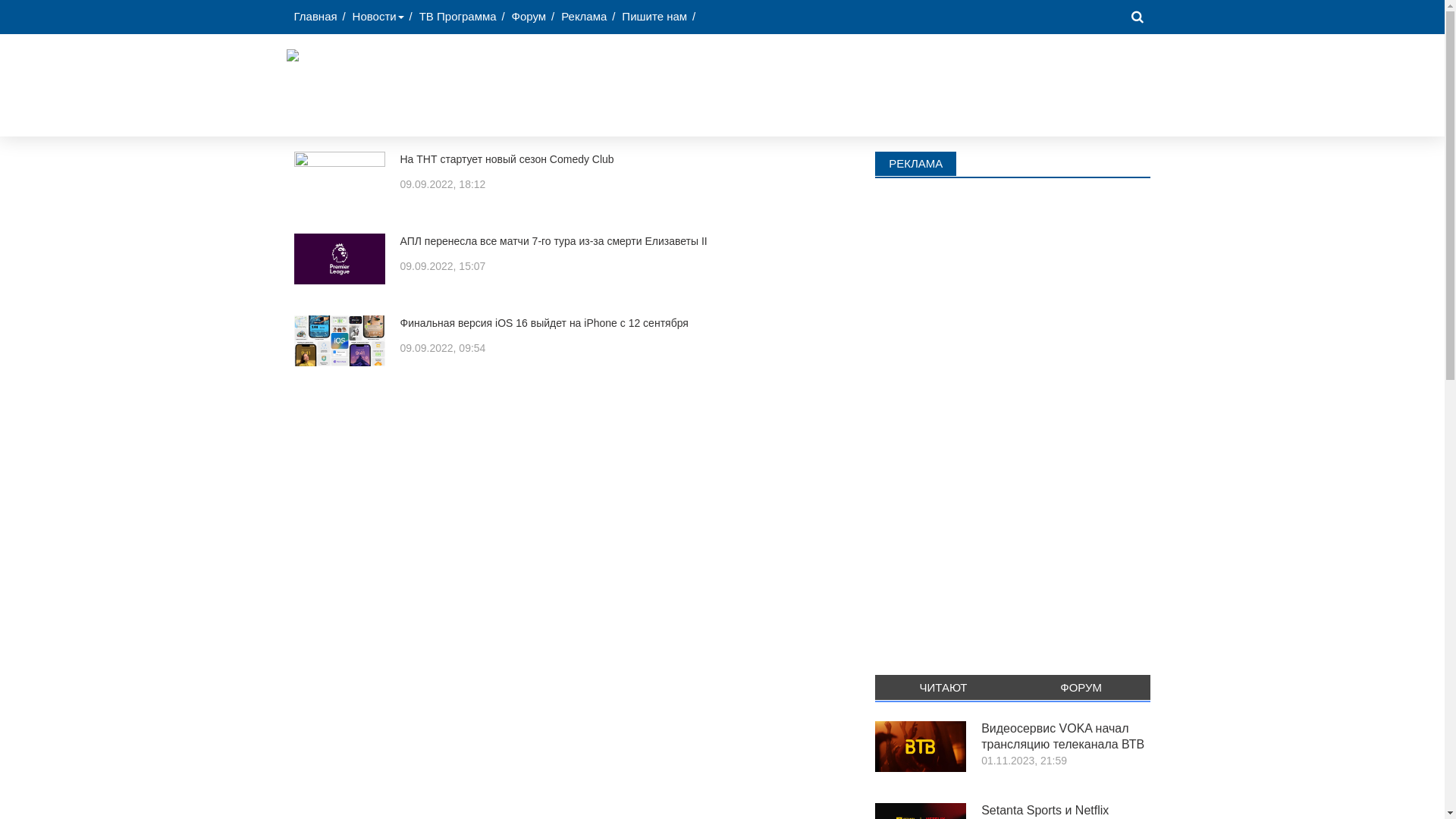  I want to click on 'Advertisement', so click(1012, 421).